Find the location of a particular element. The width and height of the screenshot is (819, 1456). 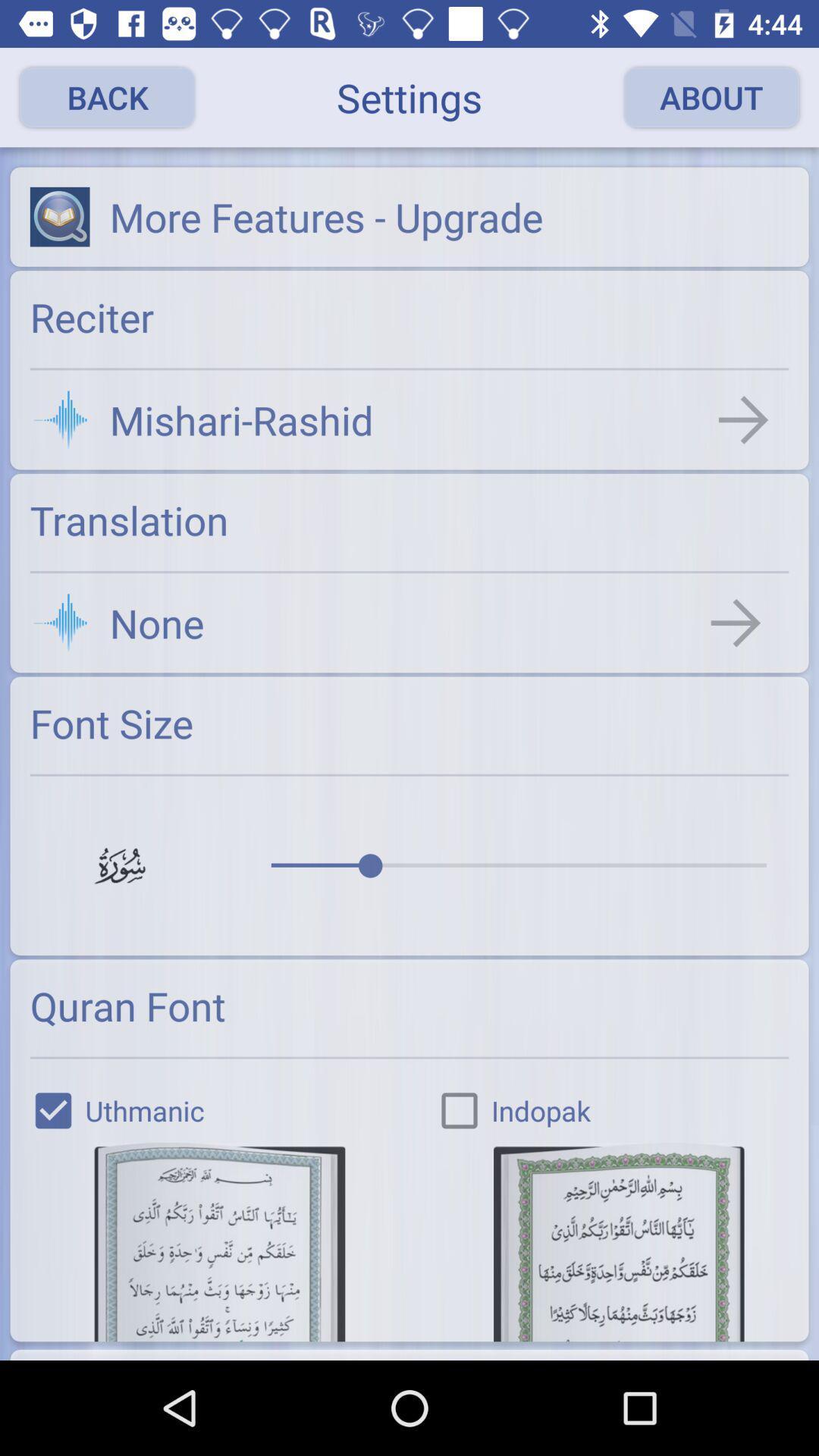

change the font to indopak is located at coordinates (619, 1241).